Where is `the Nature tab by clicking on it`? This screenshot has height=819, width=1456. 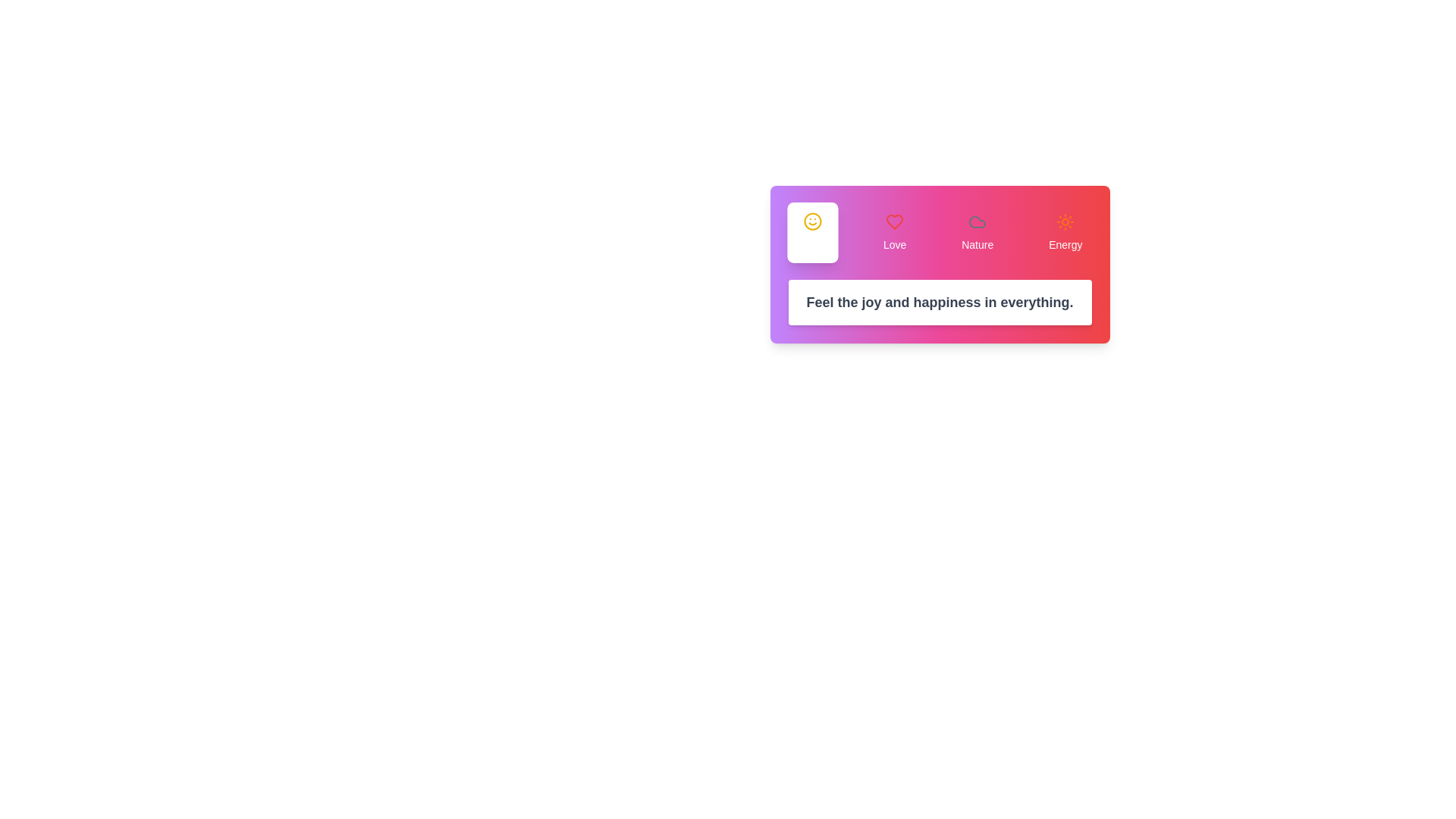
the Nature tab by clicking on it is located at coordinates (977, 233).